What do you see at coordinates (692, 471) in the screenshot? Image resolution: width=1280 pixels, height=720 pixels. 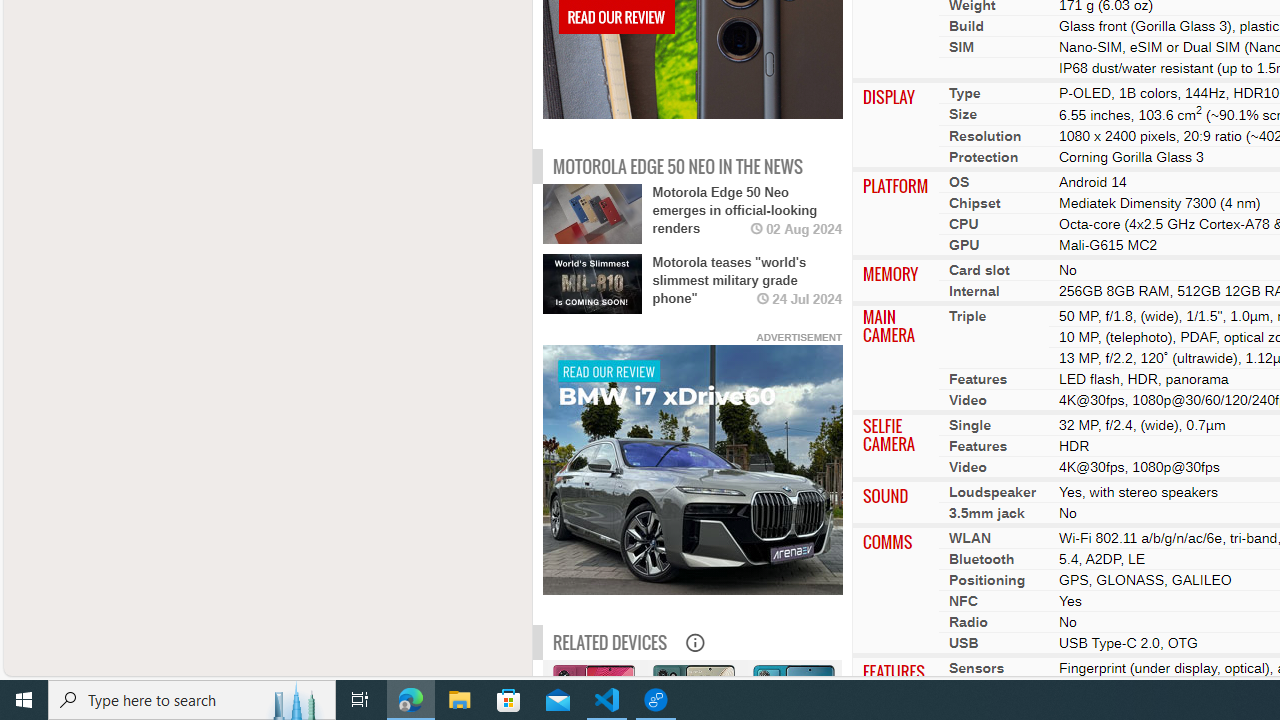 I see `'To get missing image descriptions, open the context menu.'` at bounding box center [692, 471].